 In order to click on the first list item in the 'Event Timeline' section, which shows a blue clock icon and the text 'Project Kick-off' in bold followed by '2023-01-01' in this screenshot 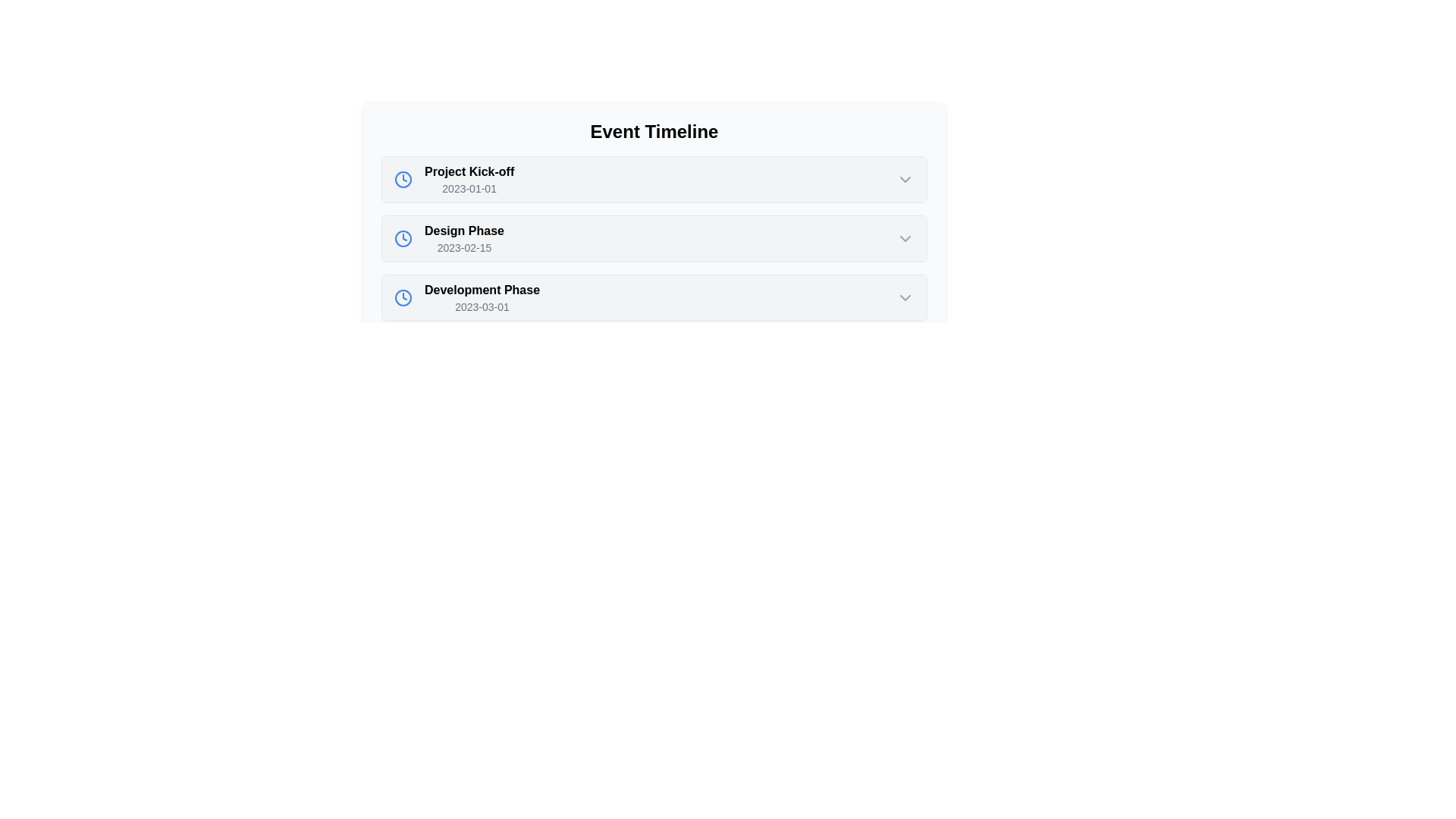, I will do `click(453, 178)`.